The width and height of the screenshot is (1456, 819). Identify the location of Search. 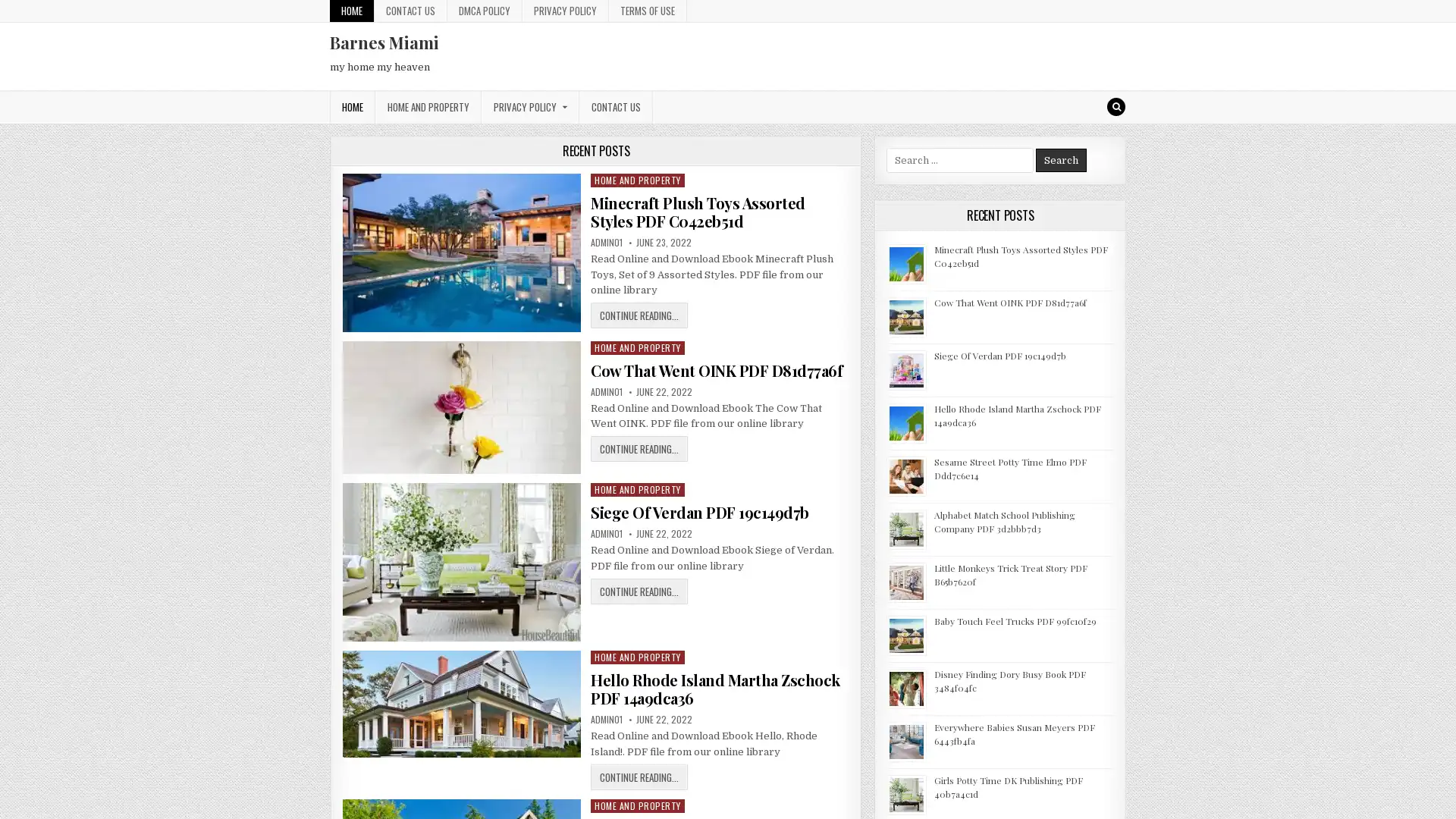
(1060, 160).